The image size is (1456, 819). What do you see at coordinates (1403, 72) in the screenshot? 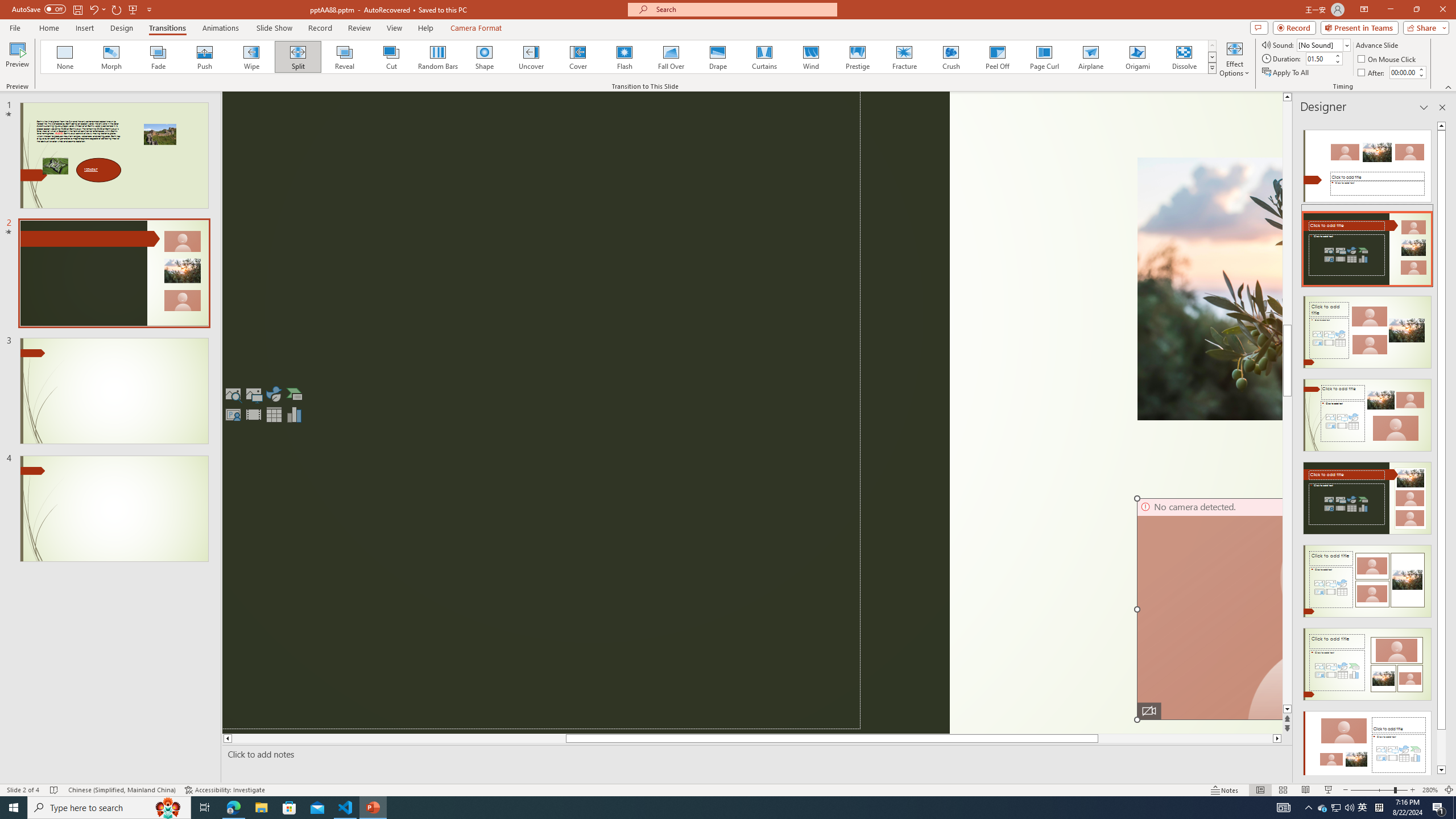
I see `'After'` at bounding box center [1403, 72].